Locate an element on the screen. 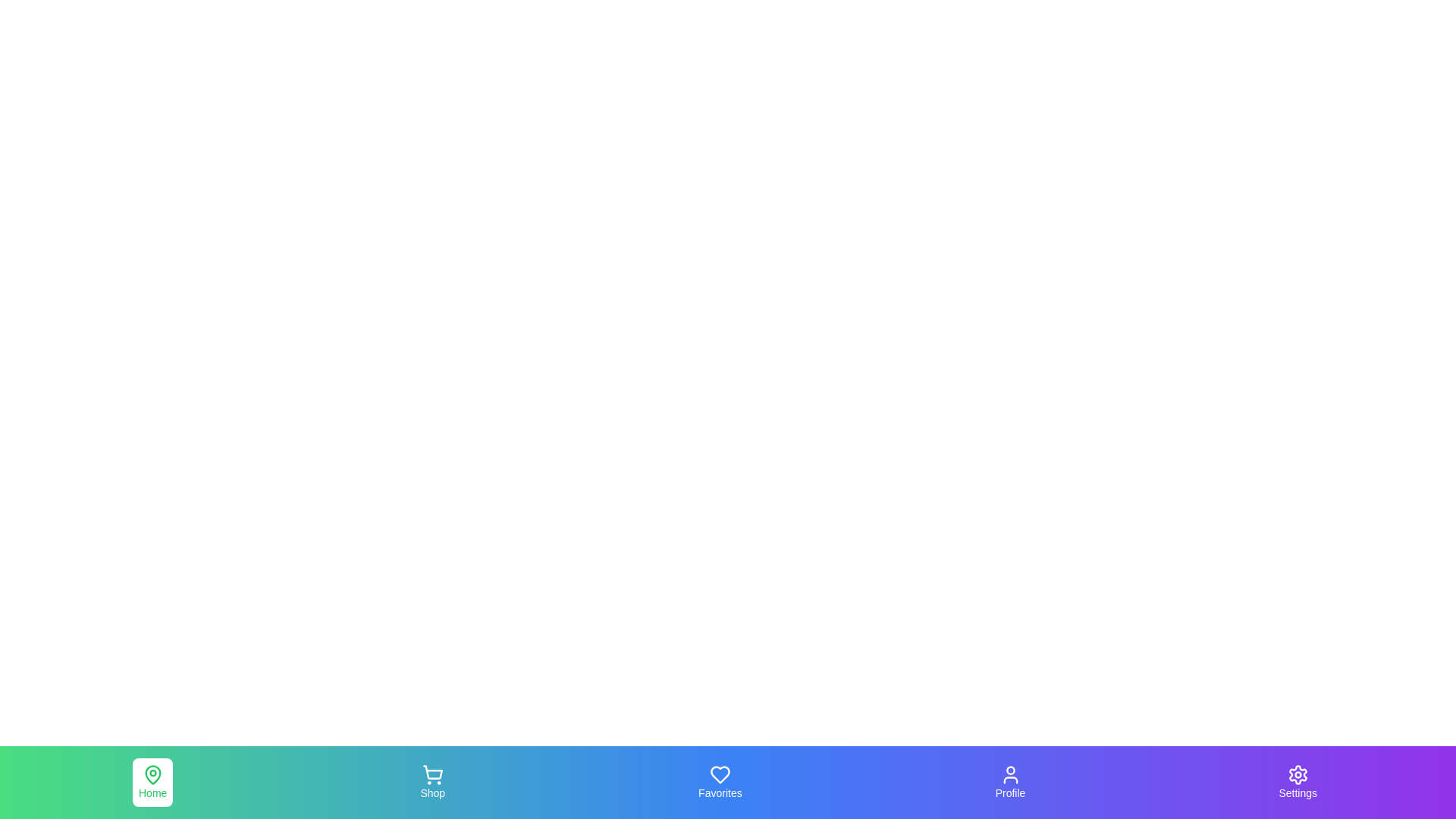  the tab icon for Shop for visual inspection is located at coordinates (431, 783).